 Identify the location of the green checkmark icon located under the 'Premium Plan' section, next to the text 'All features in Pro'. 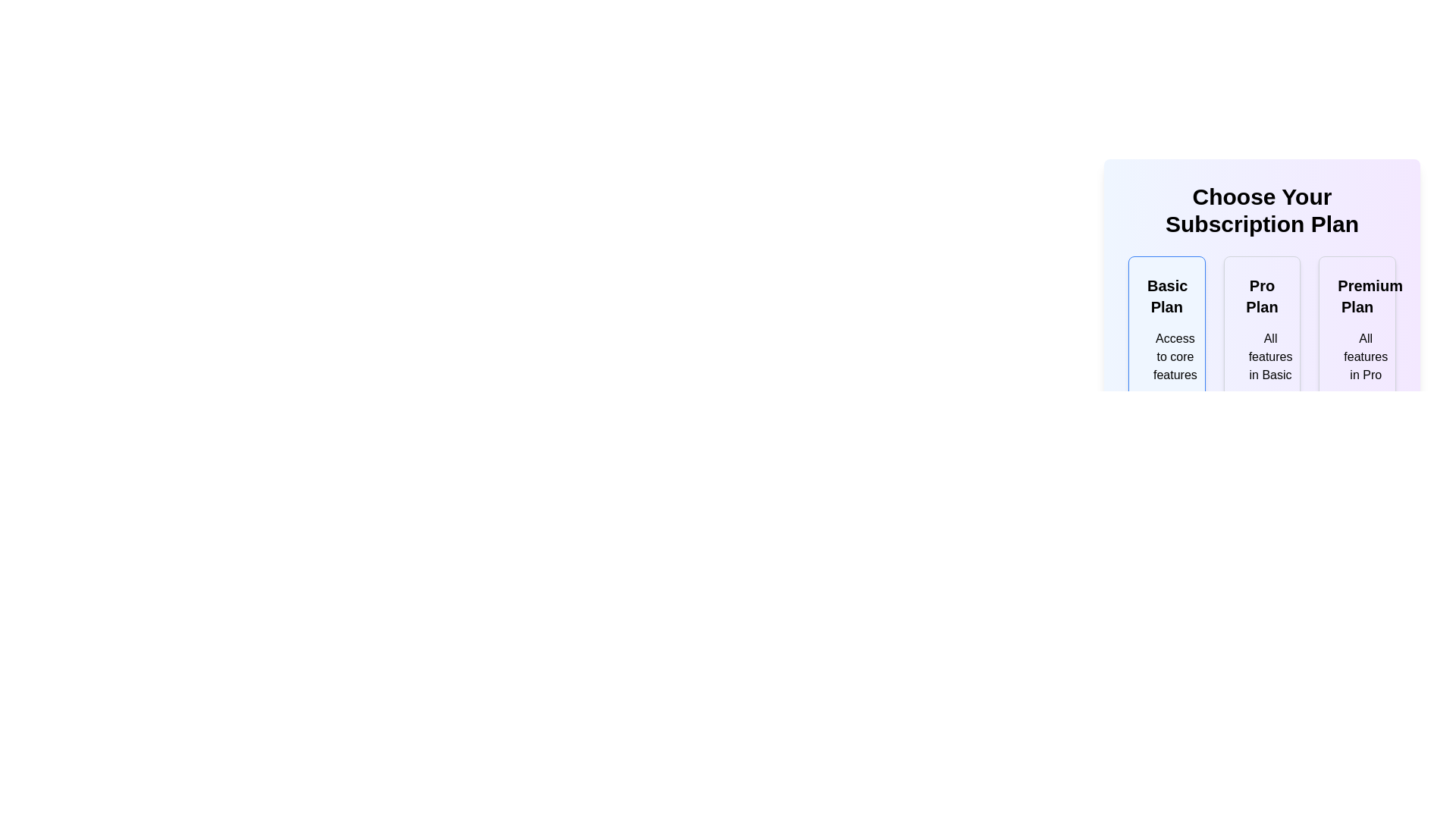
(1347, 358).